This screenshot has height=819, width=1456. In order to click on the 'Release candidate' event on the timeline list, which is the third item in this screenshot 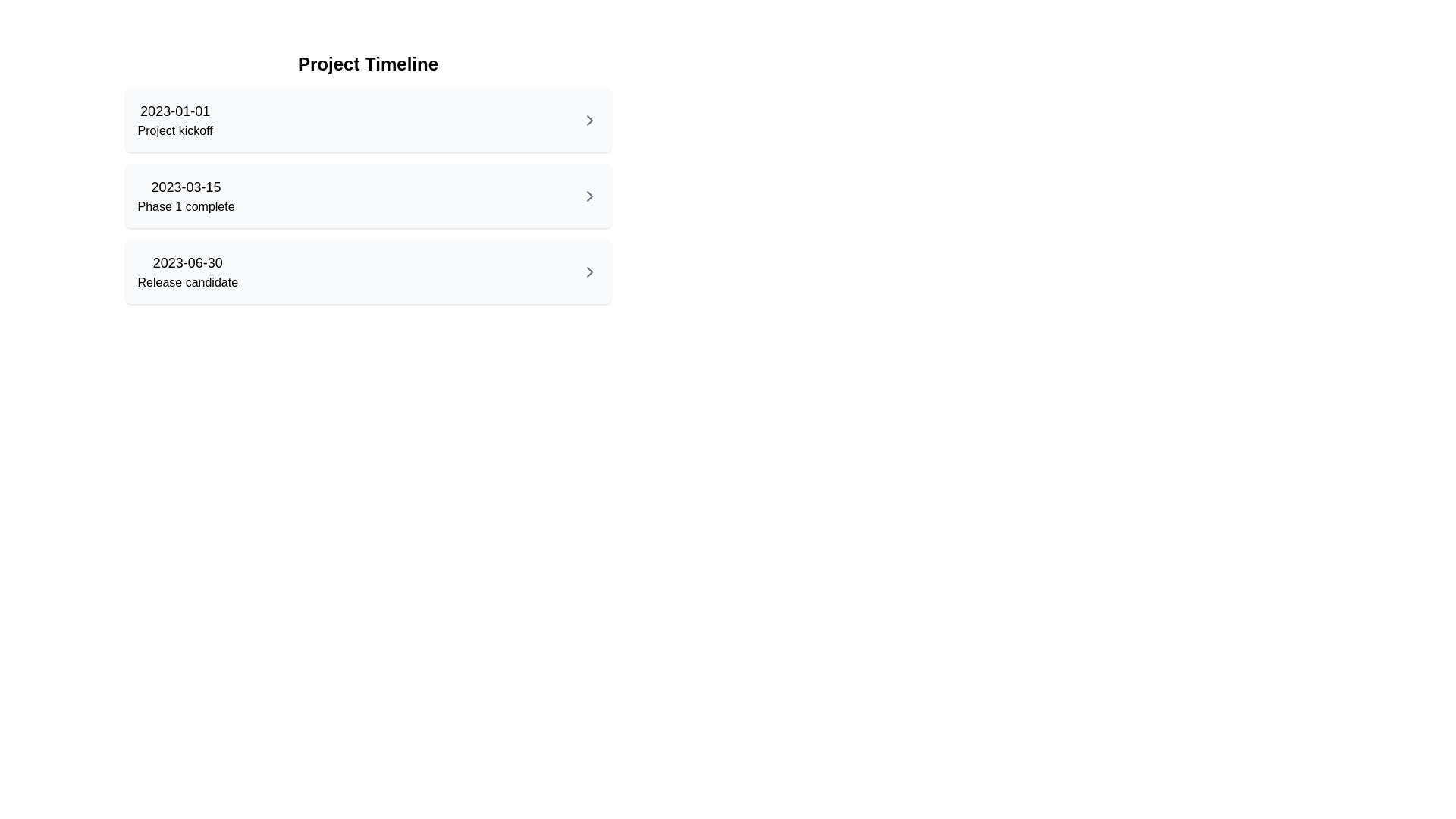, I will do `click(368, 271)`.